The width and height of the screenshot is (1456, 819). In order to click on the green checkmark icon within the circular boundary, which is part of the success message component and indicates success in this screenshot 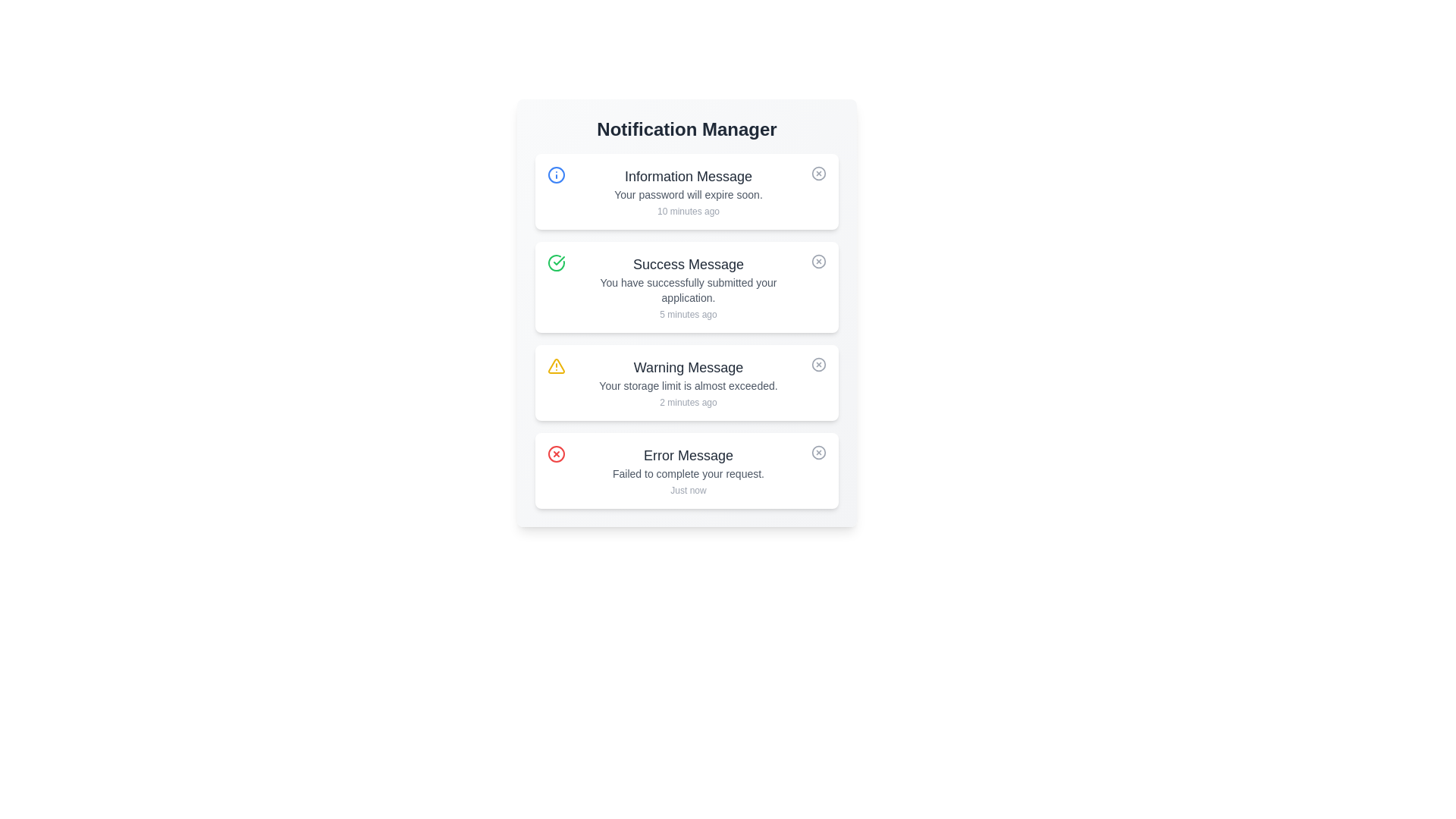, I will do `click(558, 259)`.